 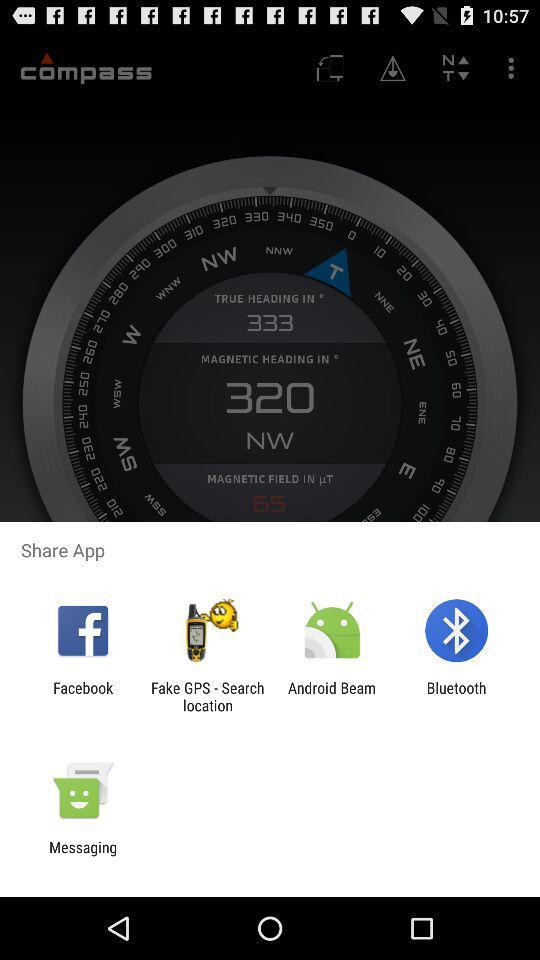 What do you see at coordinates (332, 696) in the screenshot?
I see `the app next to fake gps search` at bounding box center [332, 696].